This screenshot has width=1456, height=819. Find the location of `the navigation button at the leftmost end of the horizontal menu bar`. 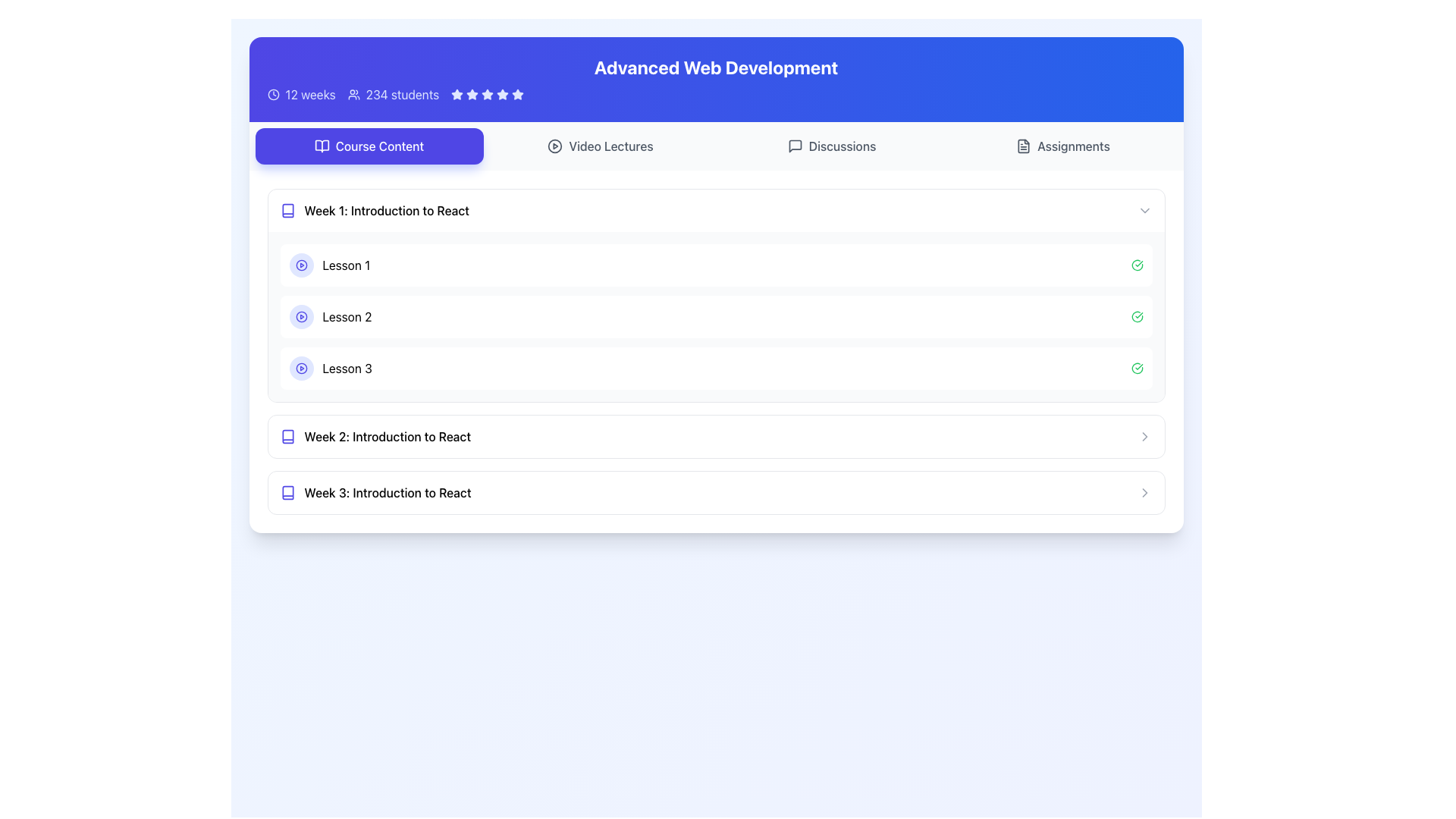

the navigation button at the leftmost end of the horizontal menu bar is located at coordinates (369, 146).